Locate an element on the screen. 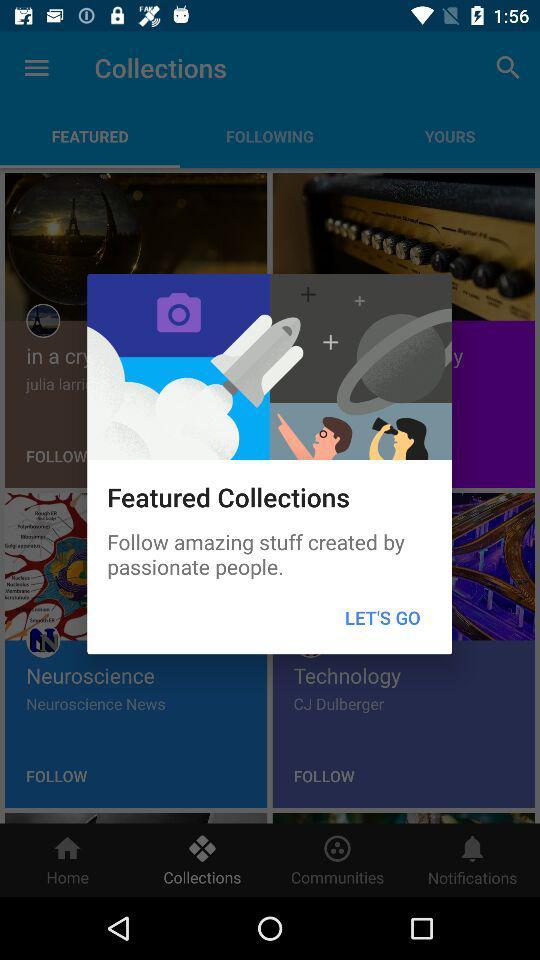 The width and height of the screenshot is (540, 960). the let's go on the right is located at coordinates (382, 616).